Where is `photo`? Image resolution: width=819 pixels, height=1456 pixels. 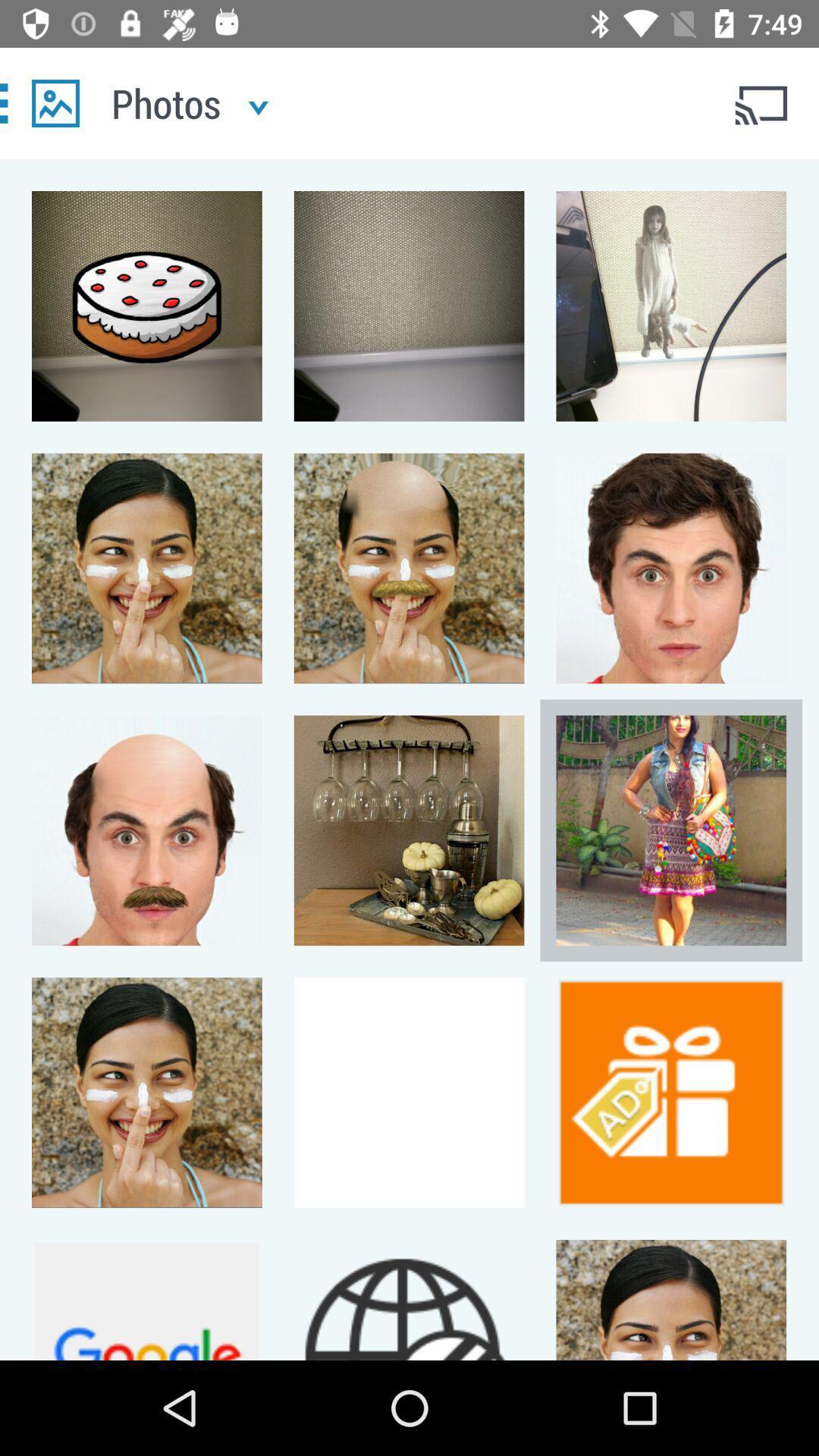 photo is located at coordinates (55, 102).